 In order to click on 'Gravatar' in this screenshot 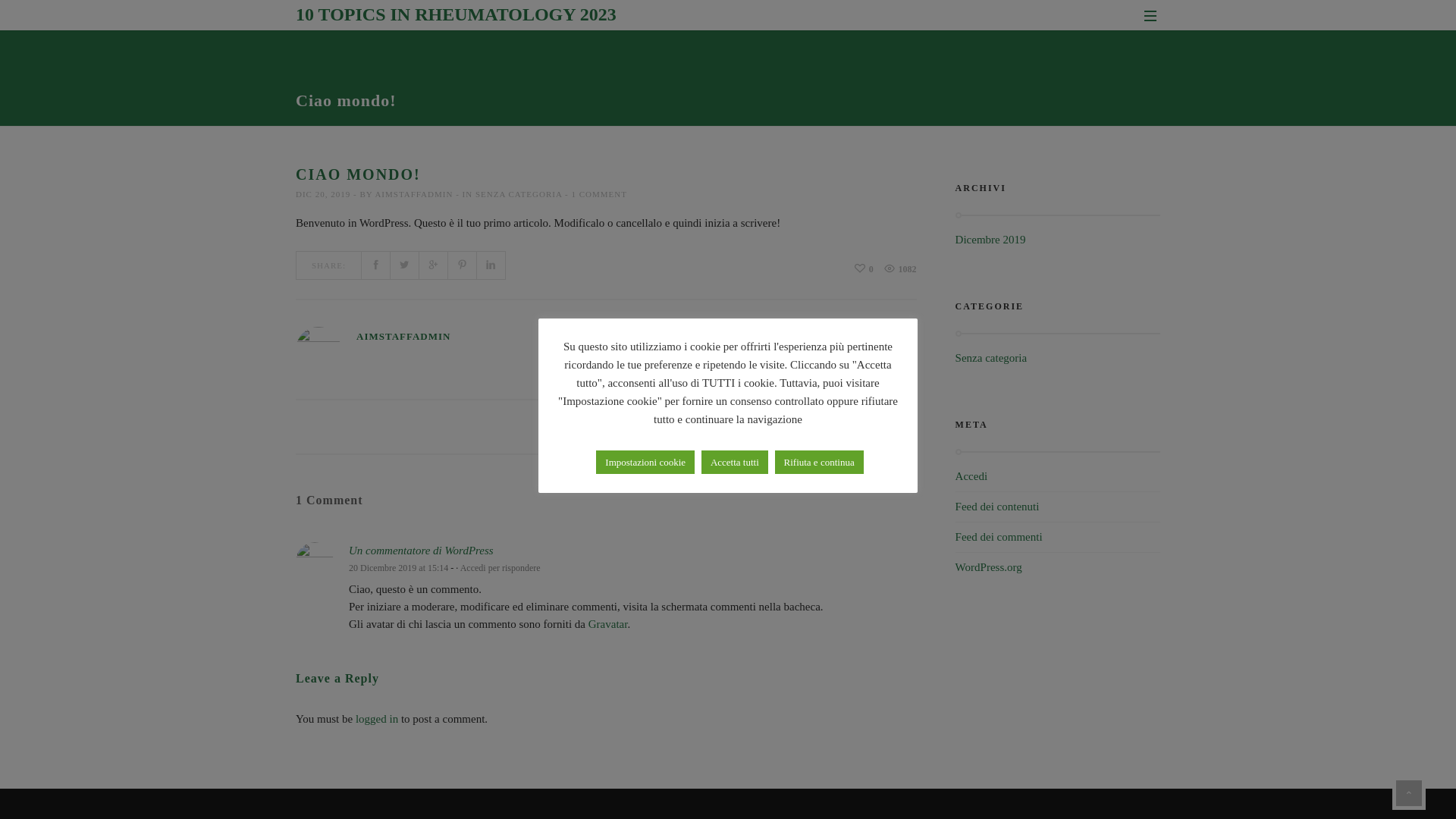, I will do `click(607, 623)`.